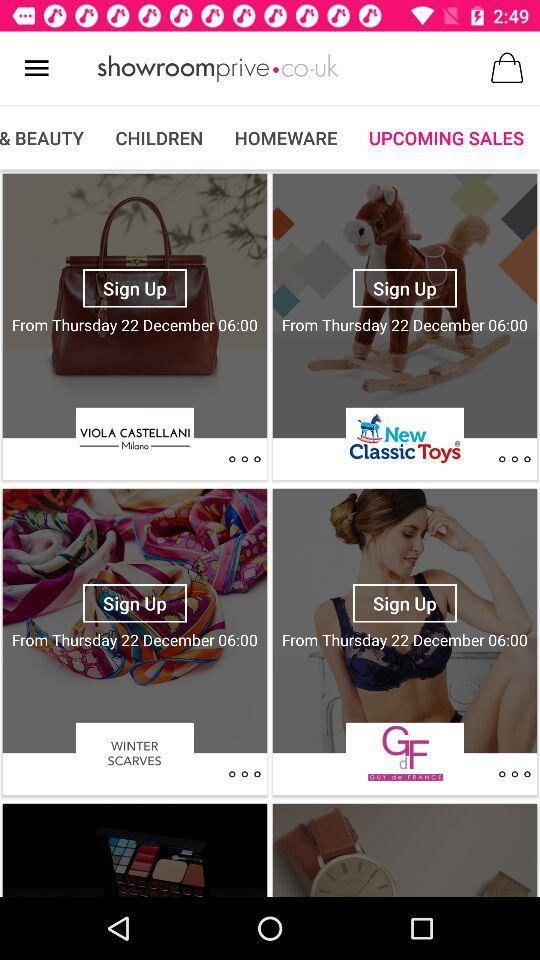 This screenshot has width=540, height=960. I want to click on more options, so click(514, 773).